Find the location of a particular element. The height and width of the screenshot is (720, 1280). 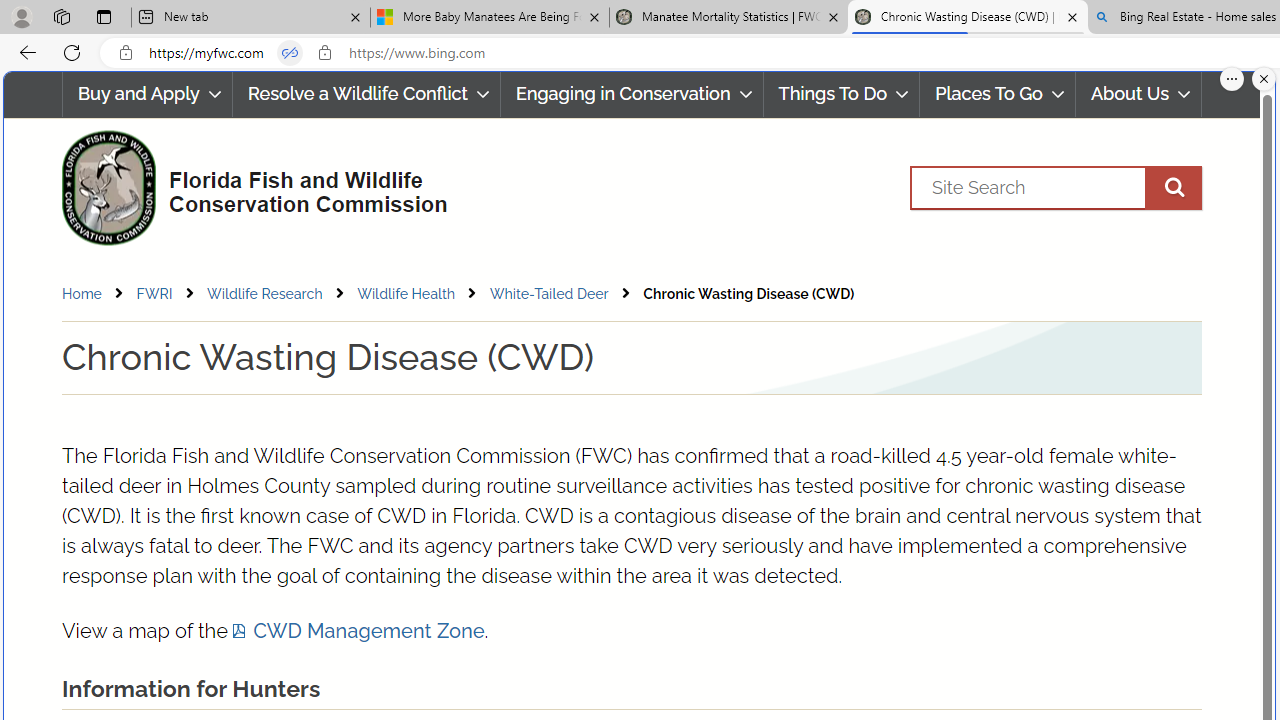

'White-Tailed Deer' is located at coordinates (563, 293).